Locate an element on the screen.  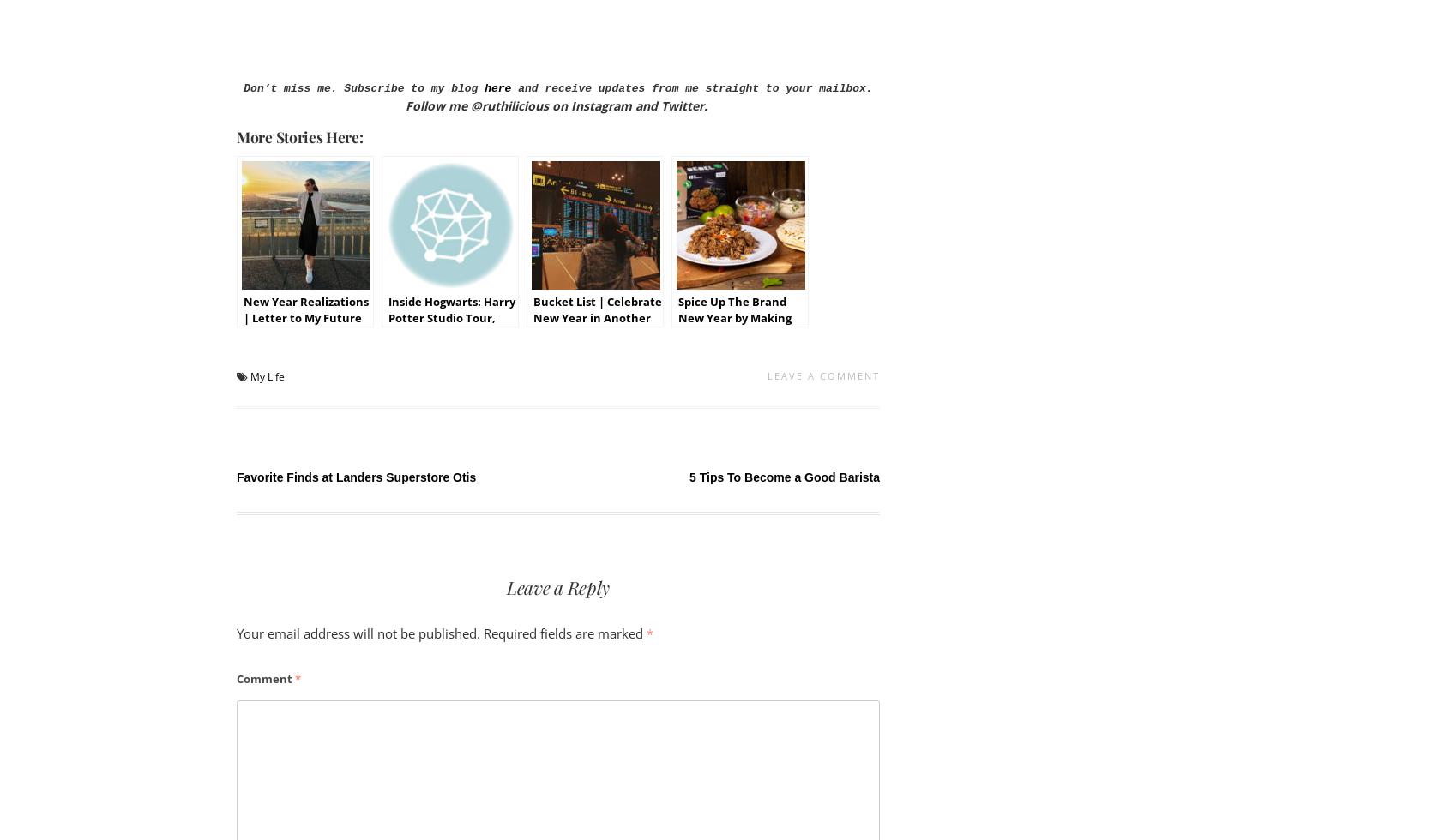
'here' is located at coordinates (497, 88).